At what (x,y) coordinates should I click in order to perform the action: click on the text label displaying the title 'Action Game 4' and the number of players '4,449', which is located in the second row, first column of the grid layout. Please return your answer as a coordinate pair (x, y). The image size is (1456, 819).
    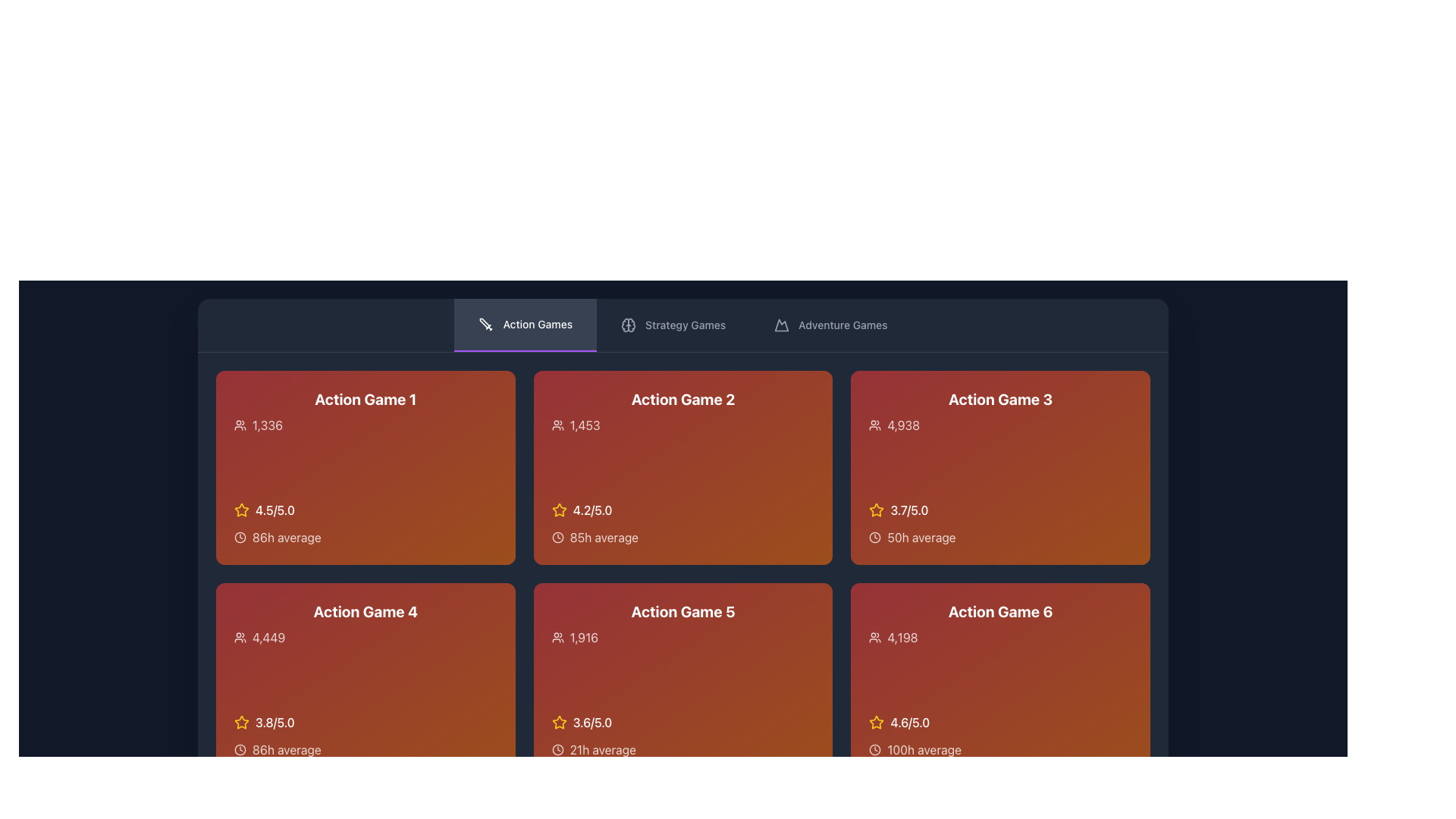
    Looking at the image, I should click on (366, 623).